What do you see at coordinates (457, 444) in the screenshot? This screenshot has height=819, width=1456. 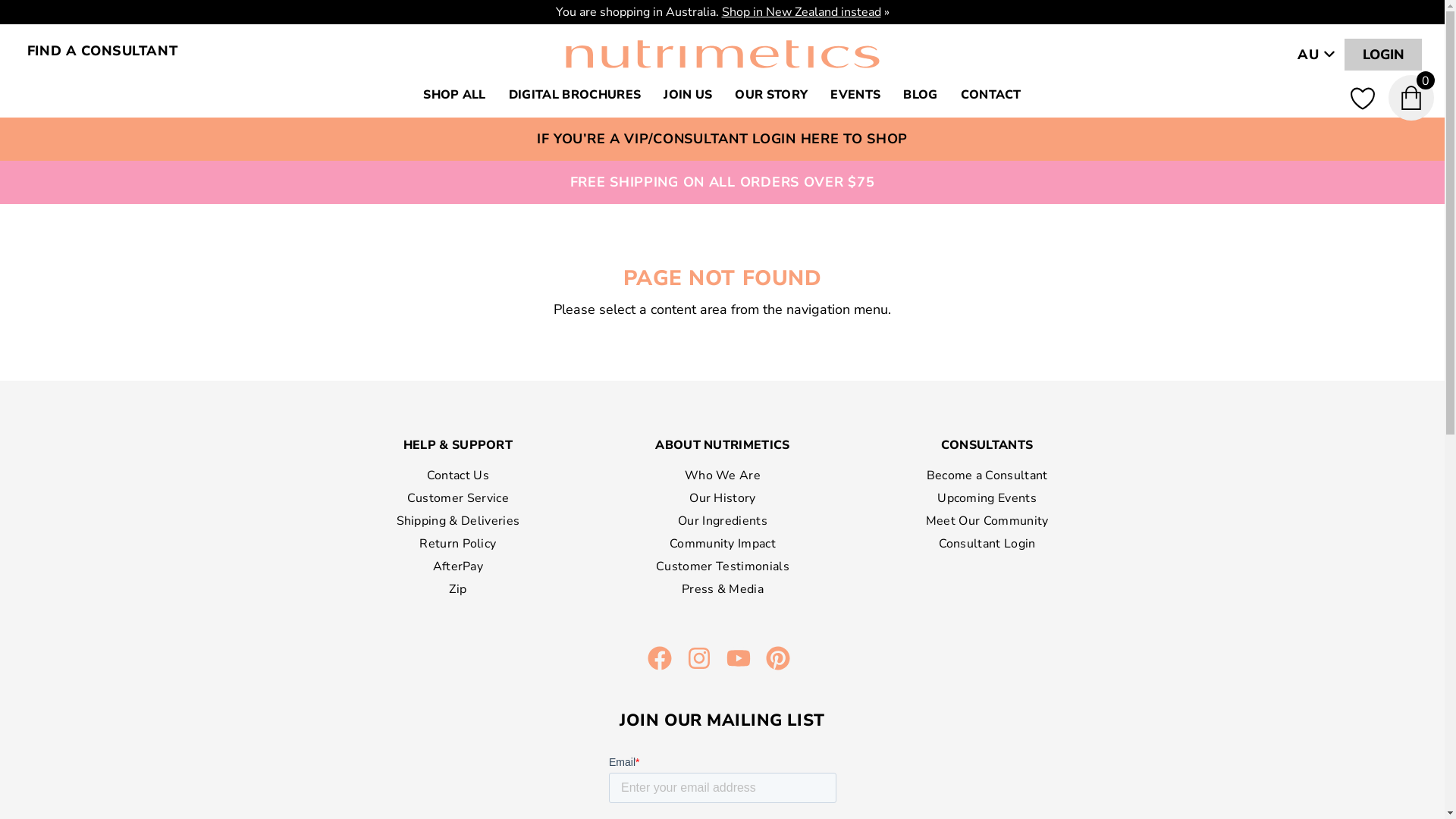 I see `'HELP & SUPPORT'` at bounding box center [457, 444].